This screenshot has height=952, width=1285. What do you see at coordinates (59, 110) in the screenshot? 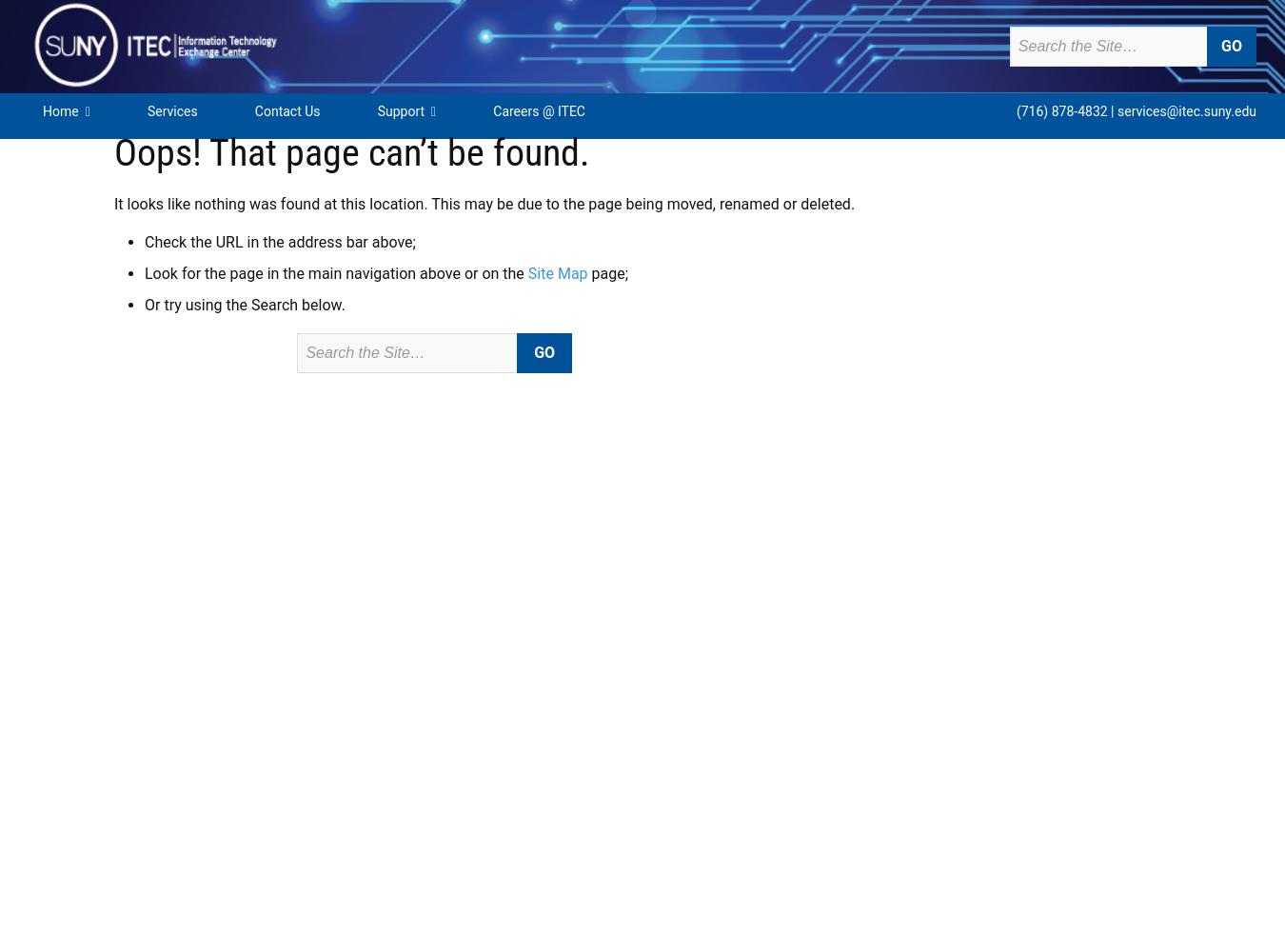
I see `'Home'` at bounding box center [59, 110].